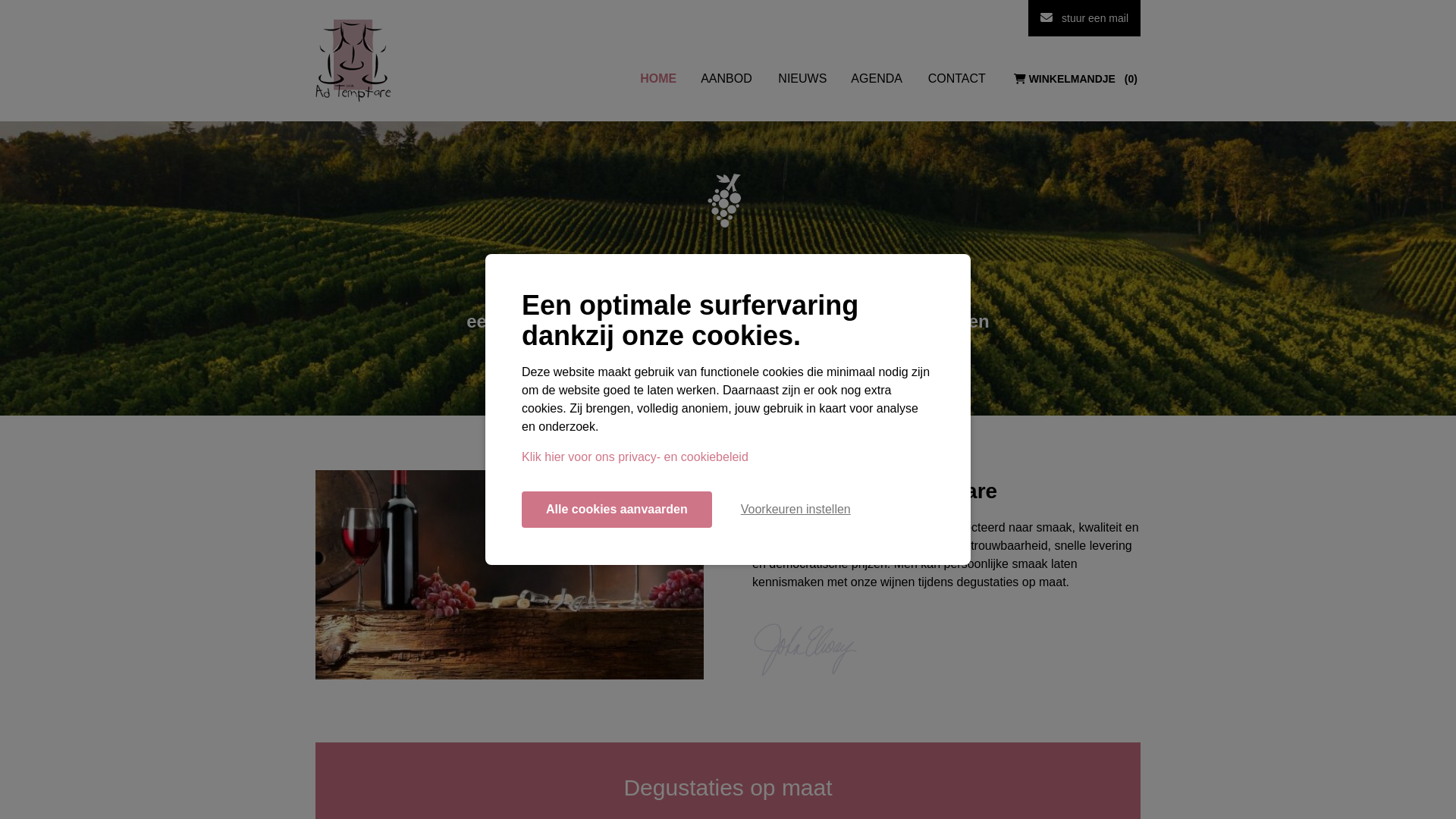 The width and height of the screenshot is (1456, 819). I want to click on 'NIEUWS', so click(801, 79).